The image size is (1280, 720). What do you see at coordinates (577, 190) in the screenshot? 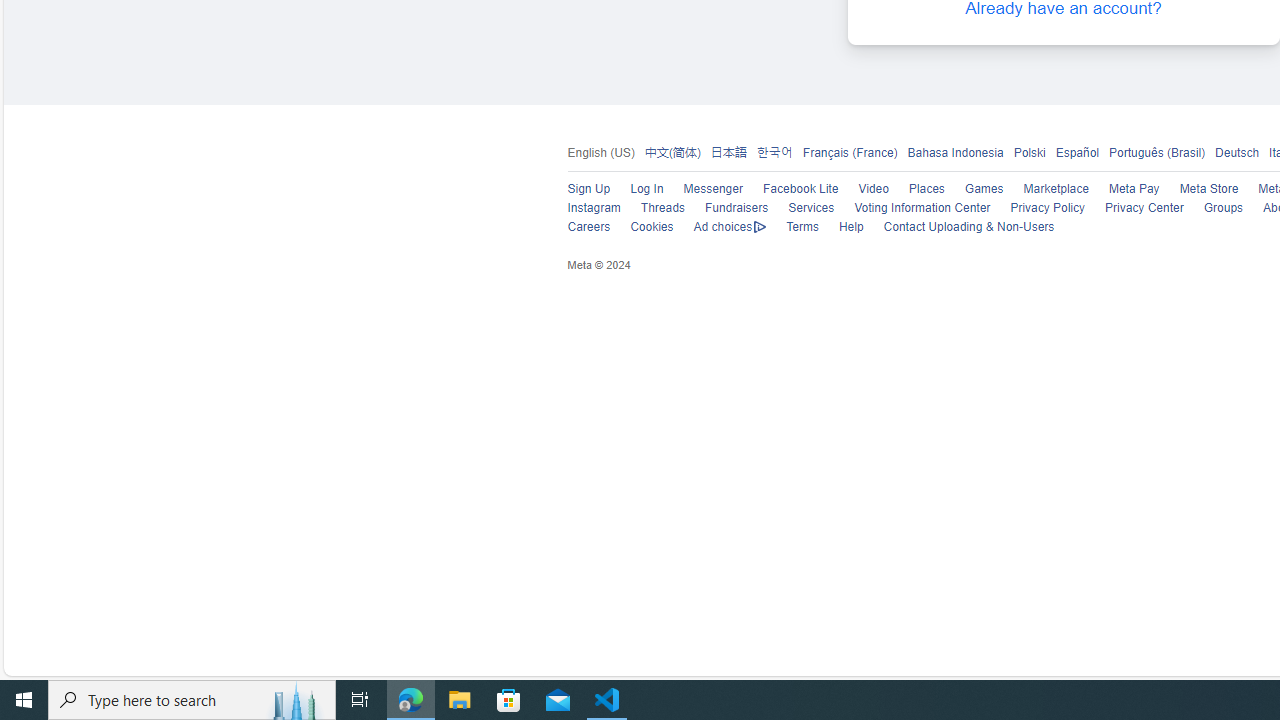
I see `'Sign Up'` at bounding box center [577, 190].